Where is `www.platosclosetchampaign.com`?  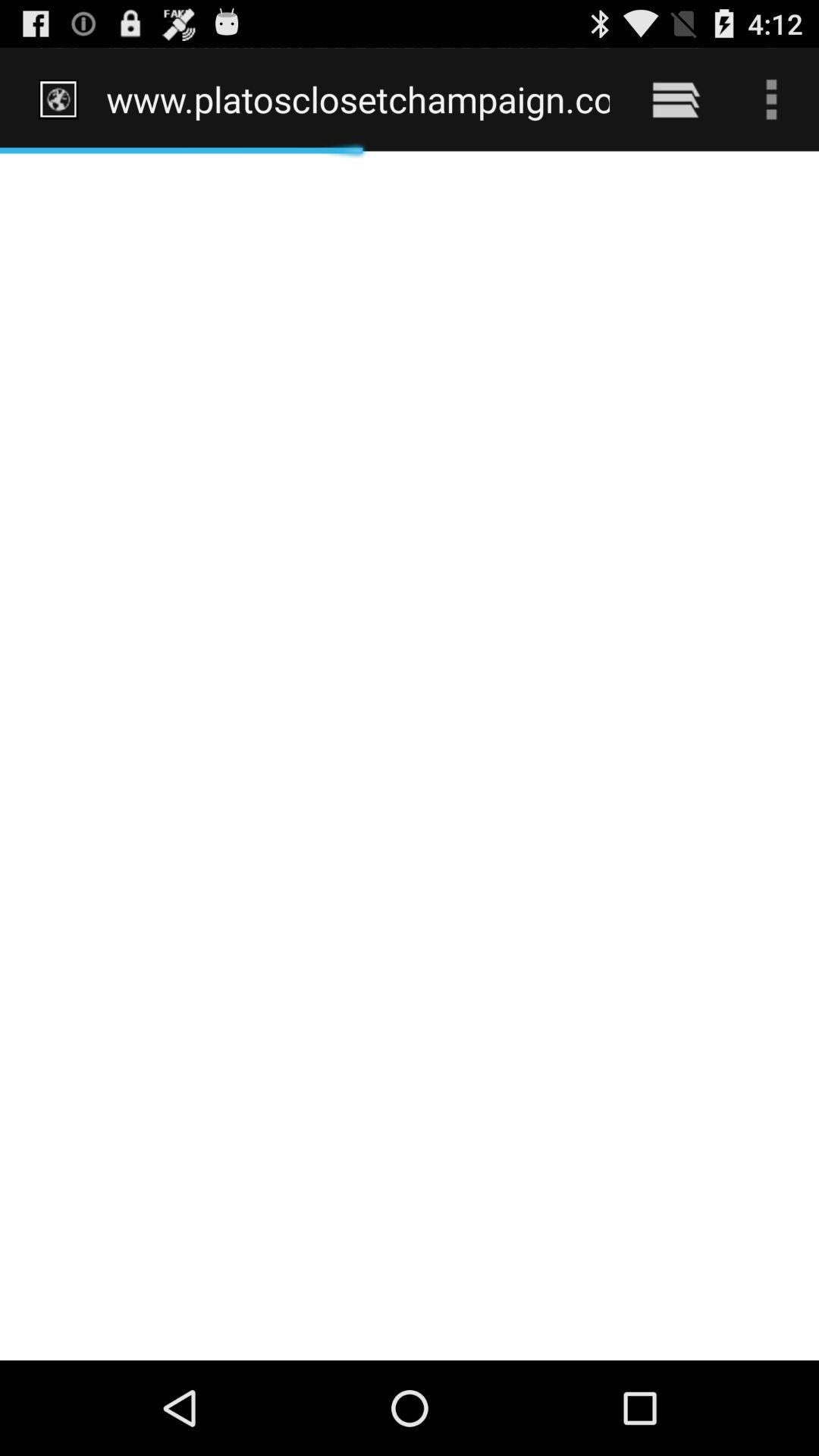
www.platosclosetchampaign.com is located at coordinates (358, 99).